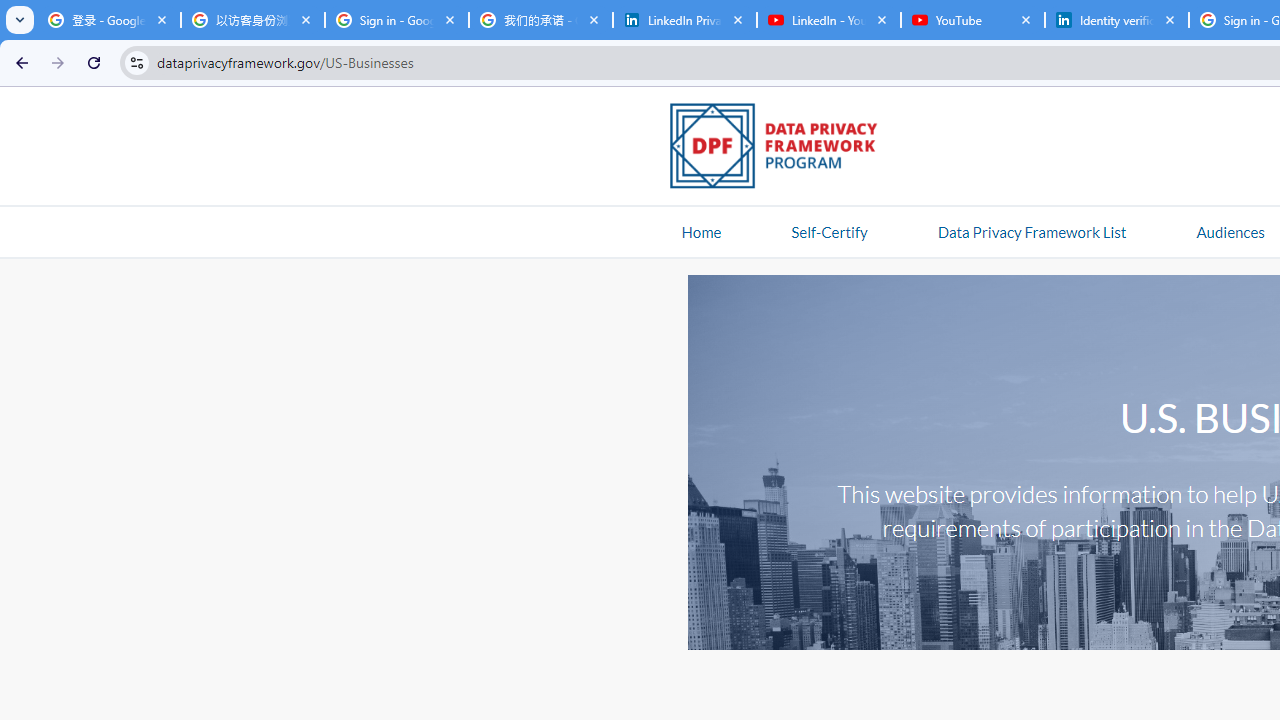 The width and height of the screenshot is (1280, 720). Describe the element at coordinates (684, 20) in the screenshot. I see `'LinkedIn Privacy Policy'` at that location.